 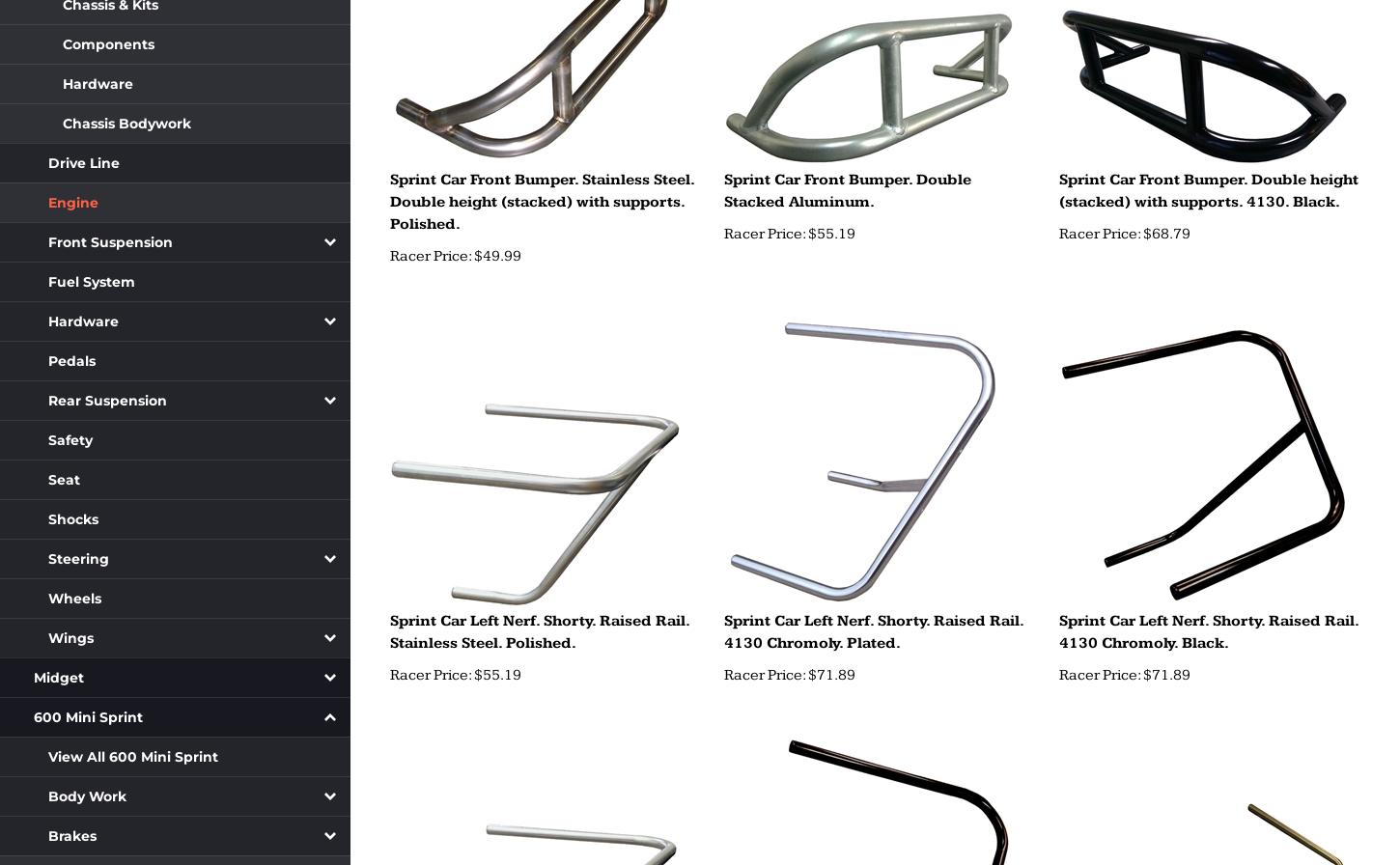 I want to click on '$49.99', so click(x=495, y=255).